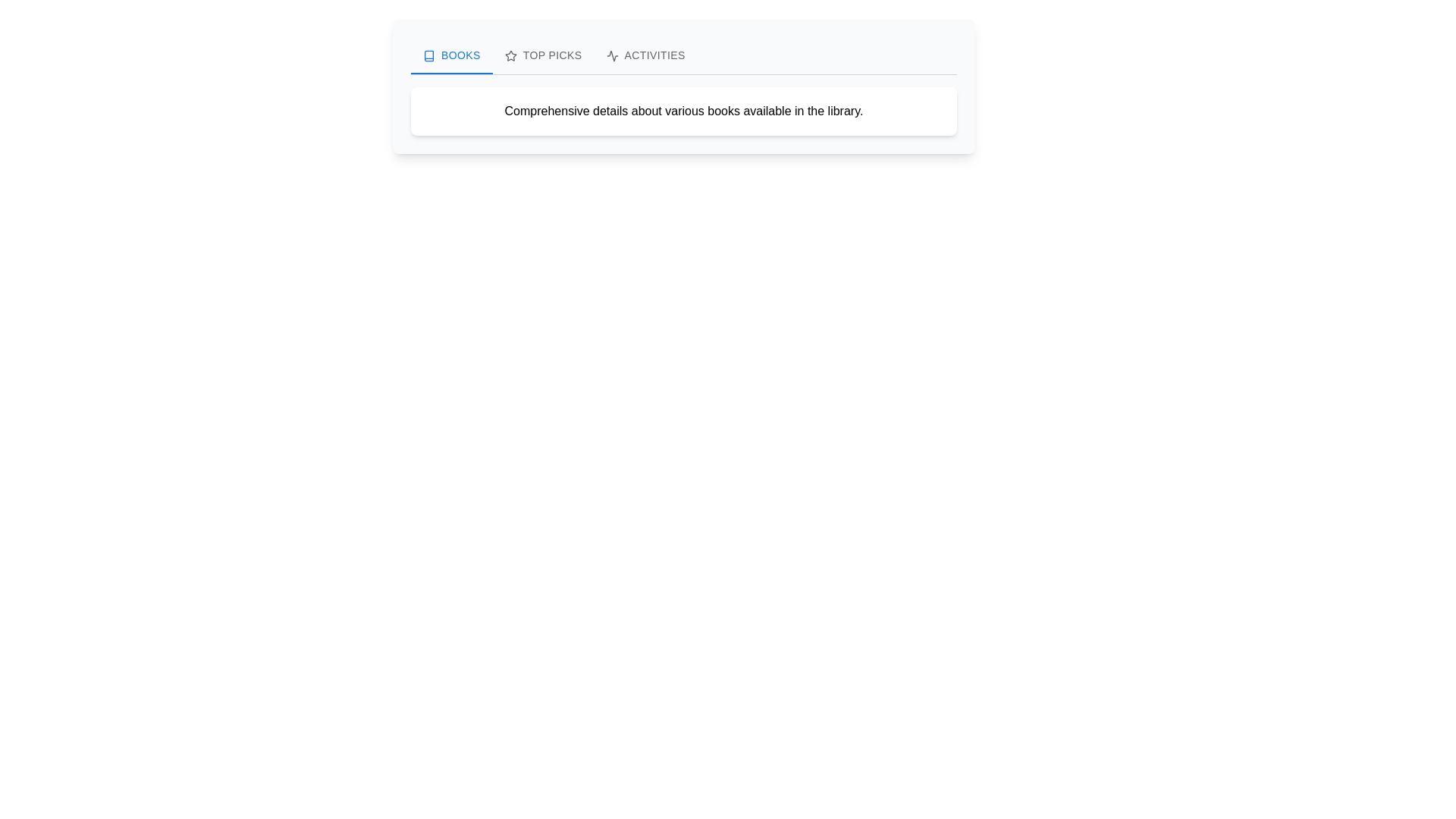 The width and height of the screenshot is (1456, 819). Describe the element at coordinates (450, 55) in the screenshot. I see `the 'Books' navigation tab` at that location.